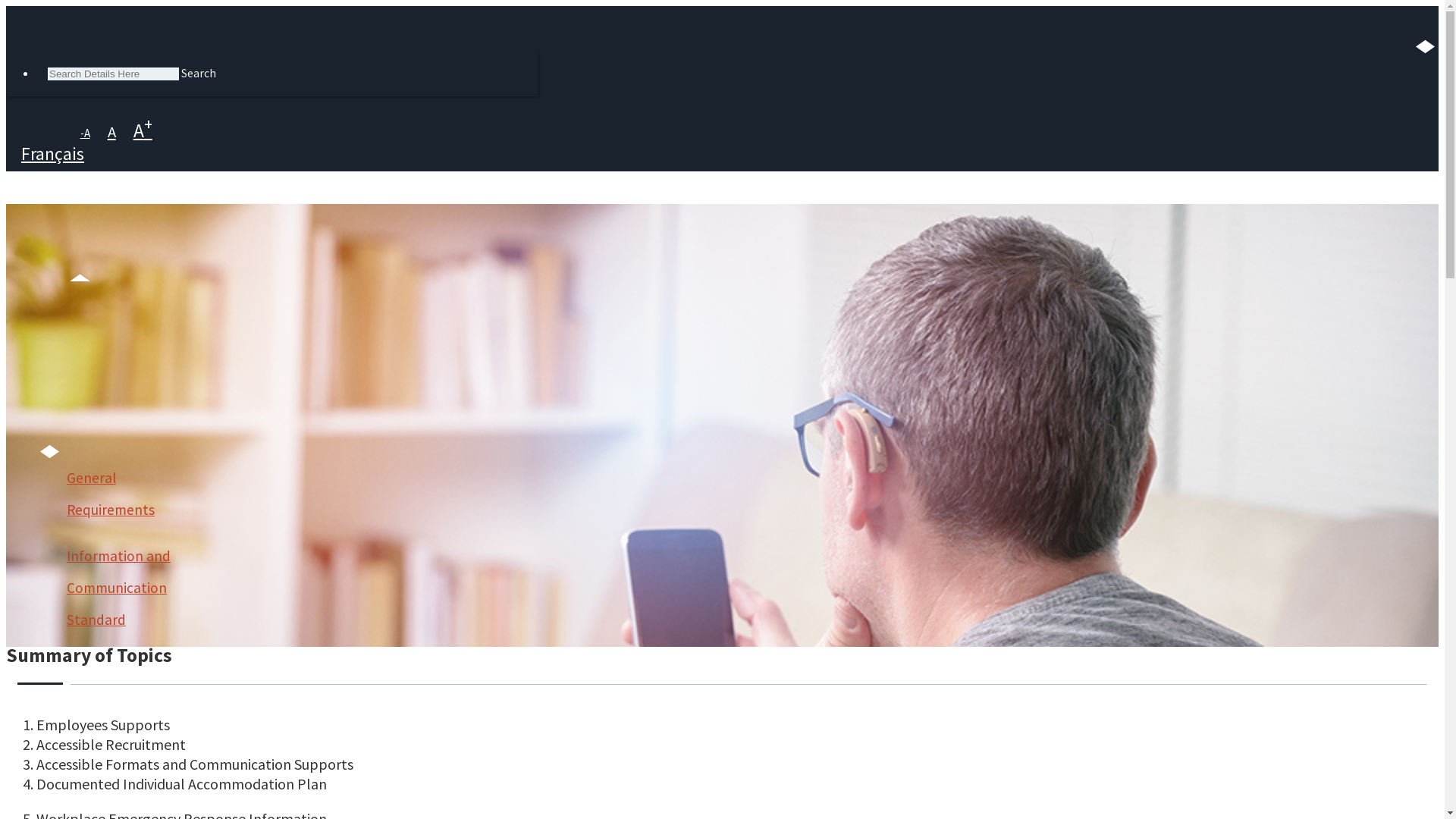 The height and width of the screenshot is (819, 1456). Describe the element at coordinates (111, 130) in the screenshot. I see `'A'` at that location.